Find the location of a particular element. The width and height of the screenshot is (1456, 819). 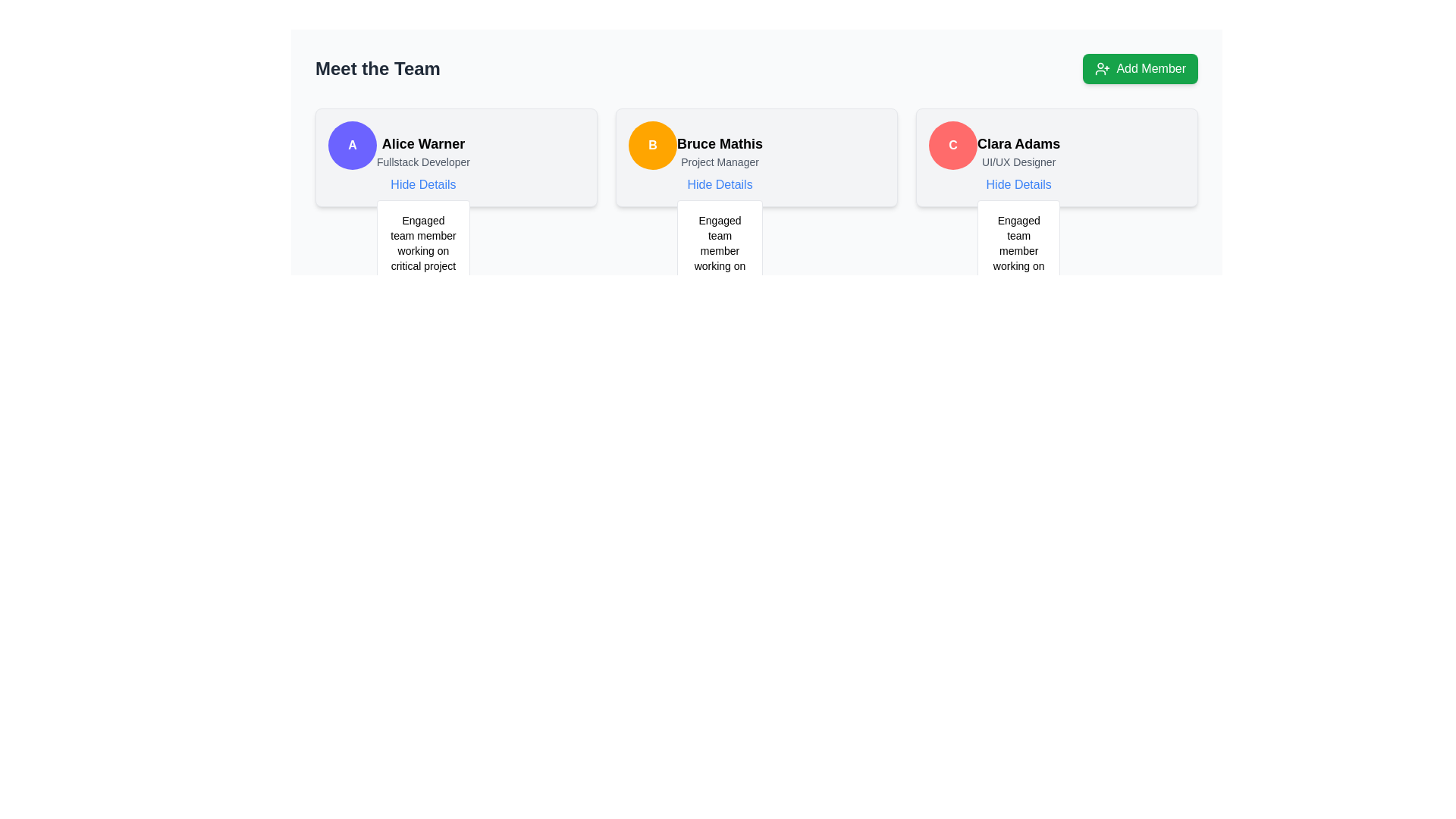

the clickable text labeled 'Hide Details' within the card containing the name 'Alice Warner' and job title 'Fullstack Developer' is located at coordinates (423, 164).